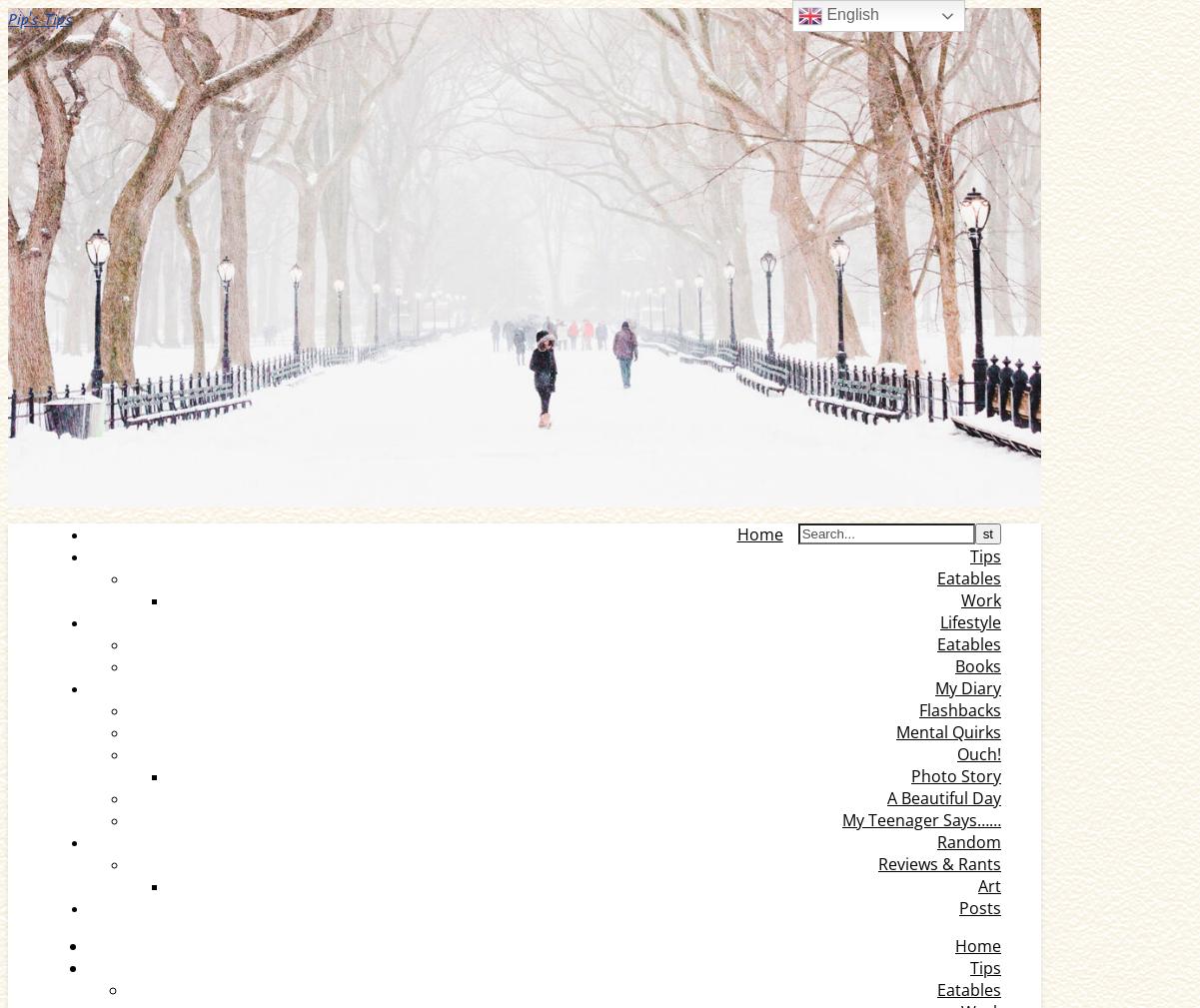  What do you see at coordinates (989, 886) in the screenshot?
I see `'Art'` at bounding box center [989, 886].